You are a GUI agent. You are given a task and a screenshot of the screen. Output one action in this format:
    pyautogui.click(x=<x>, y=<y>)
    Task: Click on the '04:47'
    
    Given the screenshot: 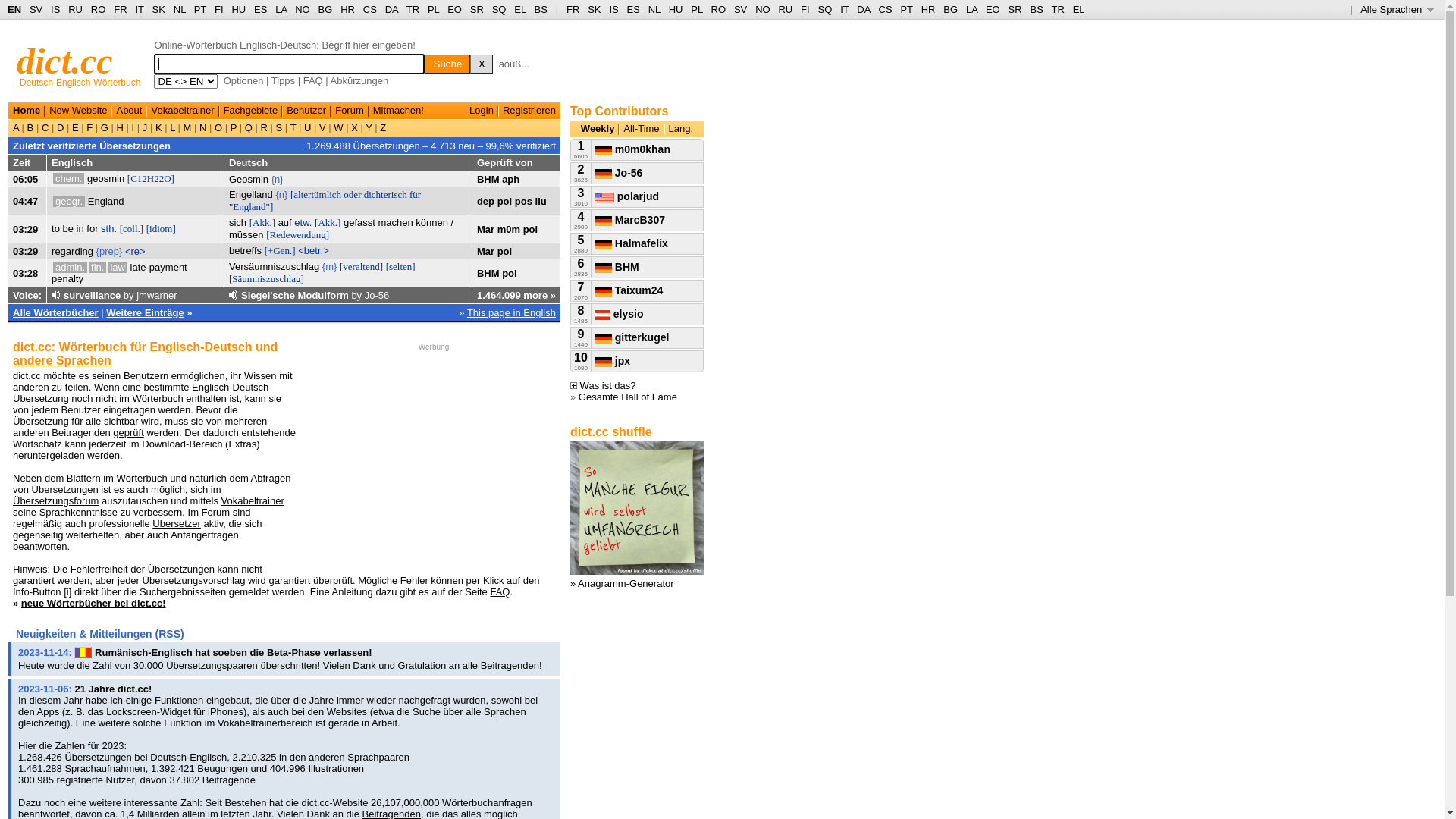 What is the action you would take?
    pyautogui.click(x=25, y=200)
    